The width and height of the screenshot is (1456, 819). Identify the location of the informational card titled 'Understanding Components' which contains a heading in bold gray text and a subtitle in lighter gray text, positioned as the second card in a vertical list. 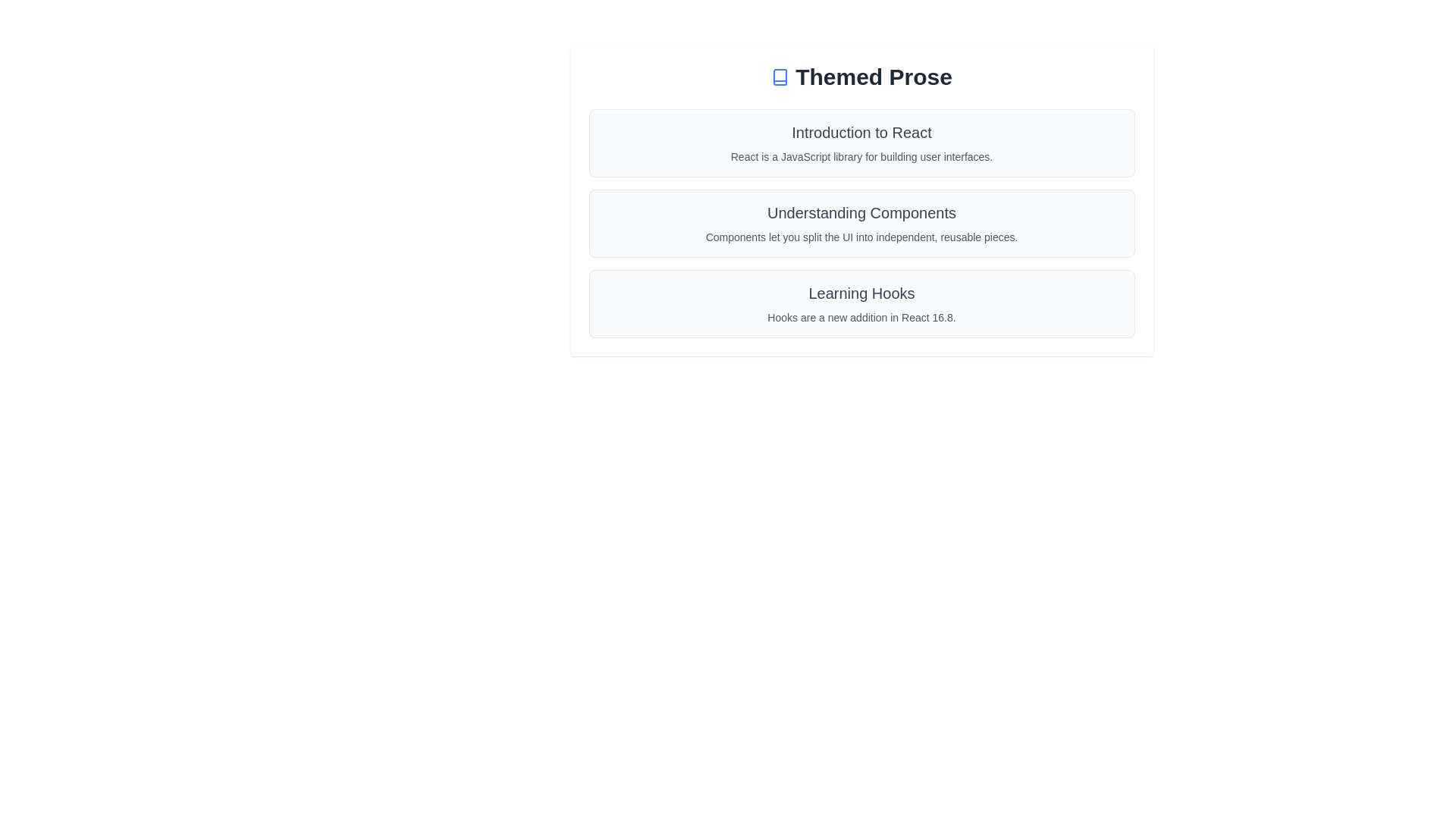
(861, 223).